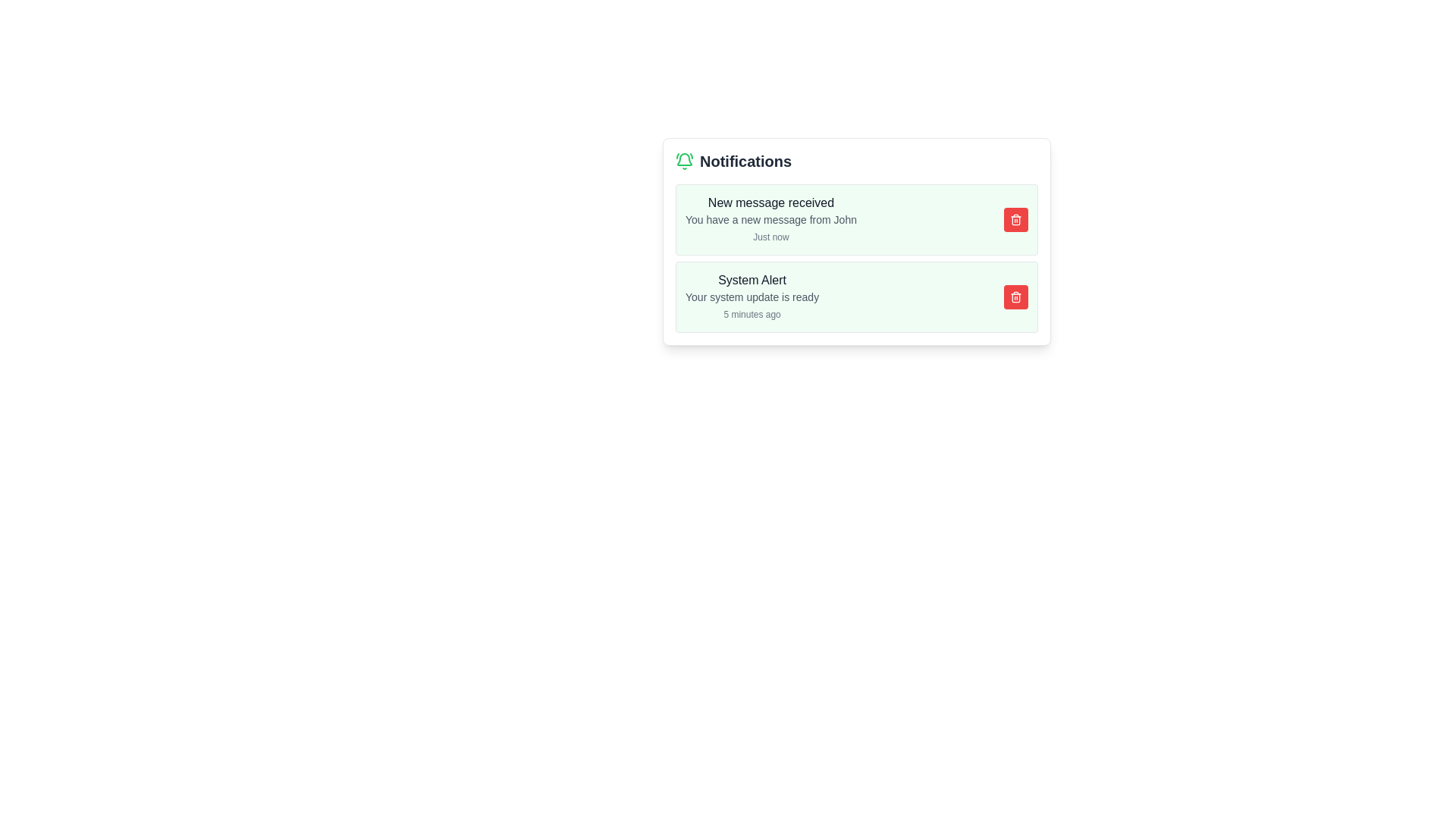 This screenshot has height=819, width=1456. What do you see at coordinates (771, 219) in the screenshot?
I see `the text label that displays additional information about the notification, located beneath the title 'New message received' and above the timestamp 'Just now'` at bounding box center [771, 219].